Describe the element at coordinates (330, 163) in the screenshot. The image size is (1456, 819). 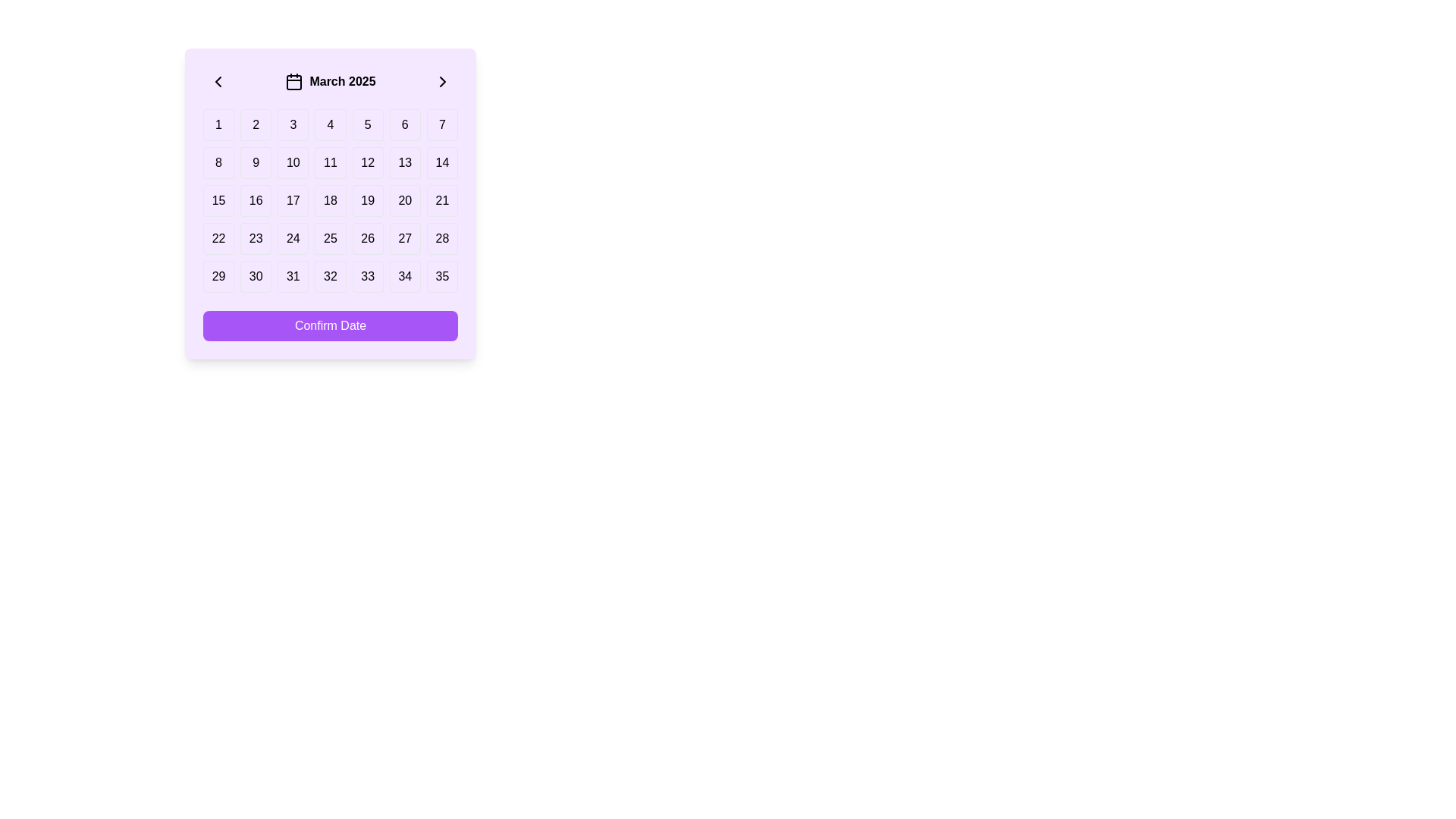
I see `the selectable button labeled '11' located in the second cell of the second row in the date picker grid` at that location.